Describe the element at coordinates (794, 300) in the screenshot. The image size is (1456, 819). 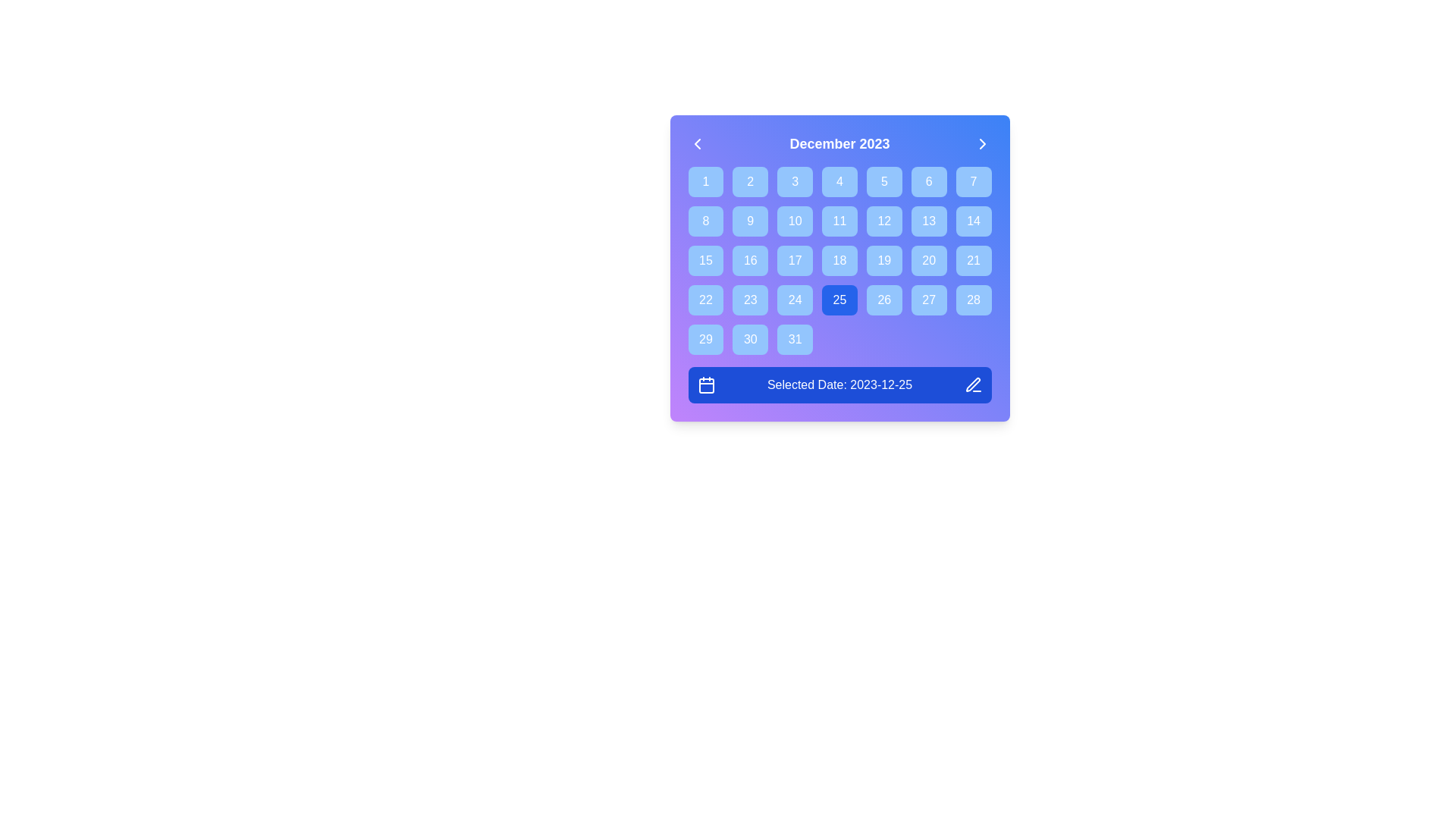
I see `the button representing the date '24' in the calendar` at that location.